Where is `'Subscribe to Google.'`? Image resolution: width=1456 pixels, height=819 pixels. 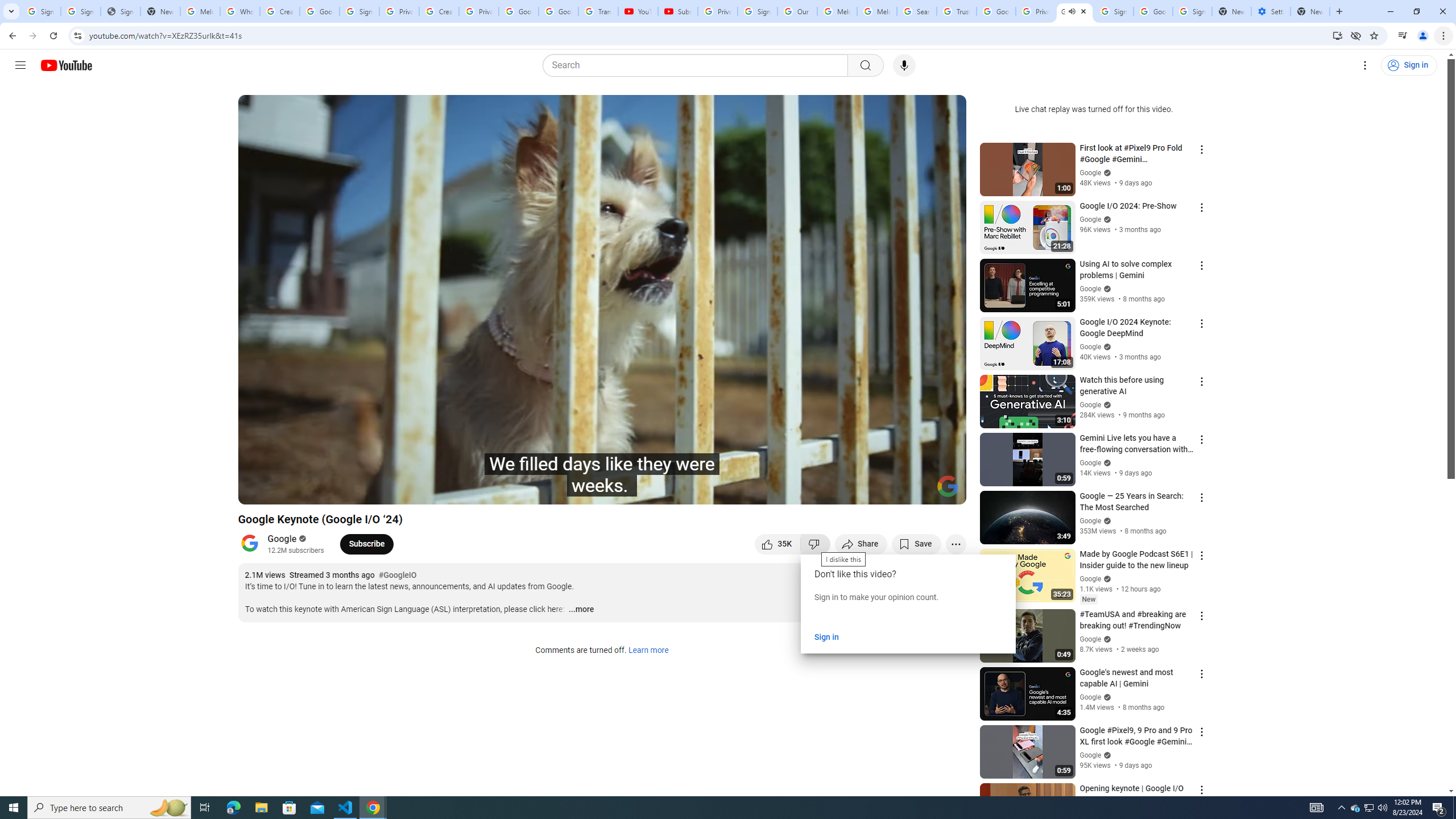
'Subscribe to Google.' is located at coordinates (366, 543).